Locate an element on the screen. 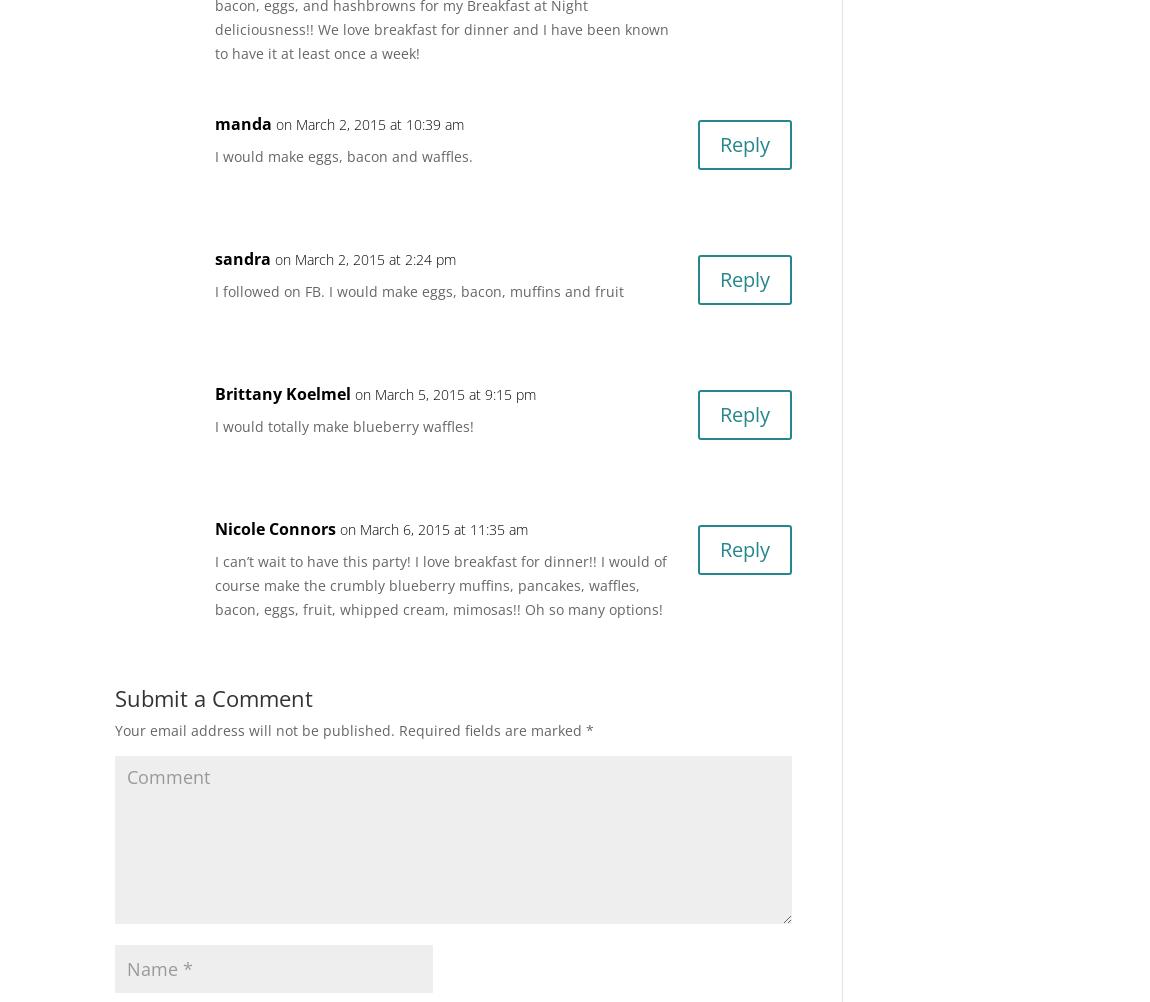 This screenshot has width=1150, height=1002. 'Submit a Comment' is located at coordinates (213, 696).